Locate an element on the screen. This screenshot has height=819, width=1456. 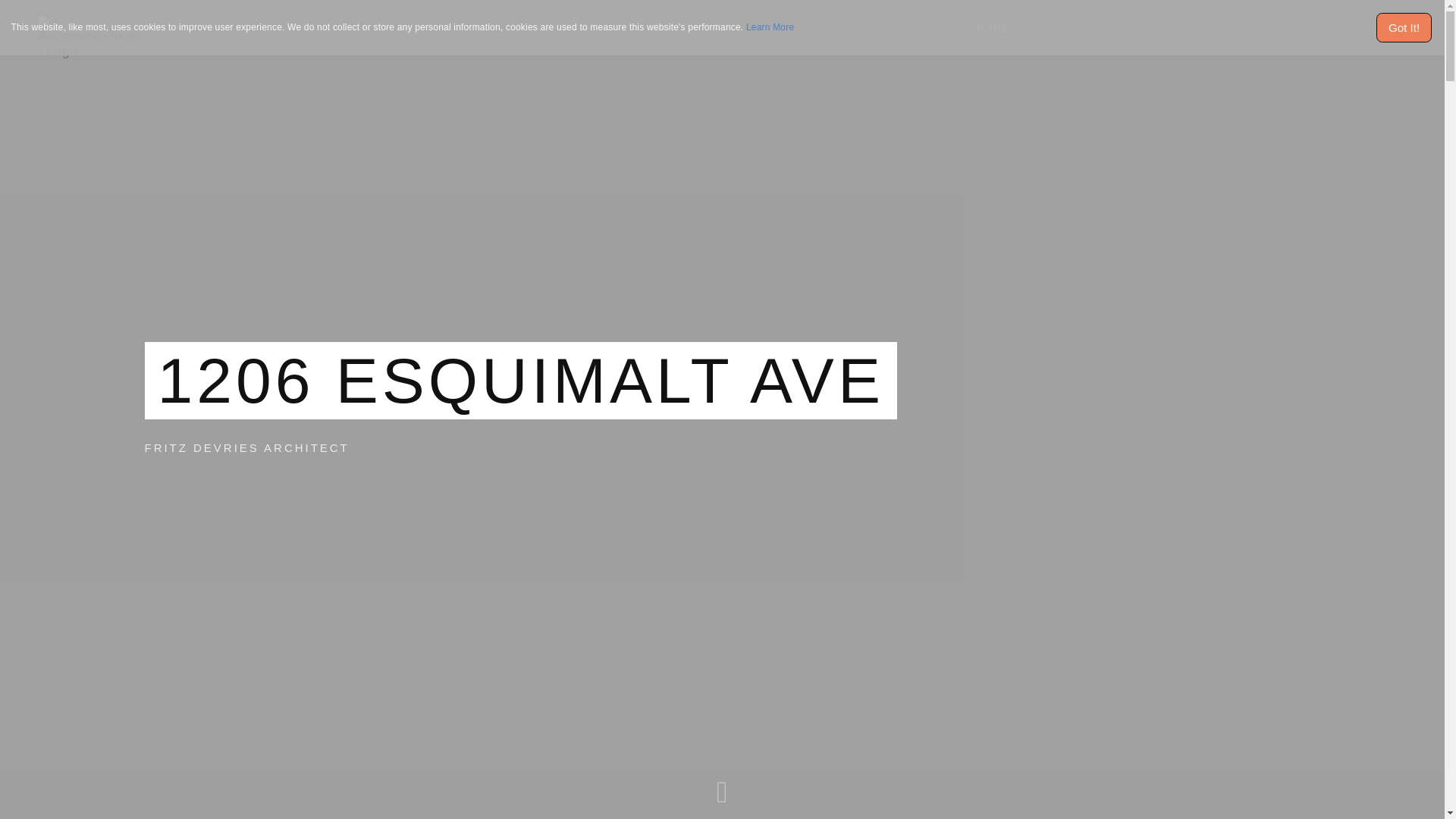
'IMAGES' is located at coordinates (1052, 28).